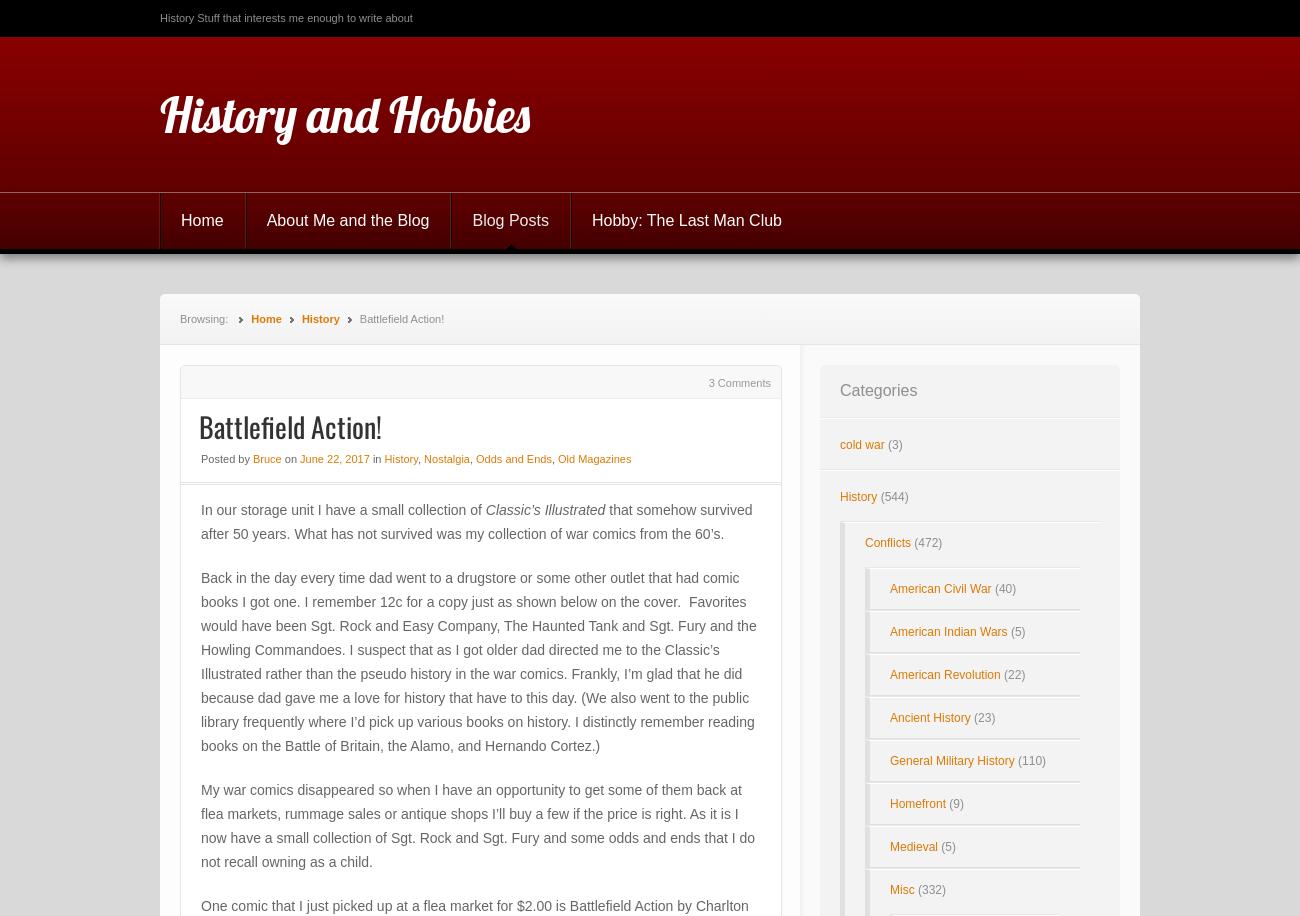 The width and height of the screenshot is (1300, 916). Describe the element at coordinates (475, 521) in the screenshot. I see `'that somehow survived after 50 years. What has not survived was my collection of war comics from the 60’s.'` at that location.